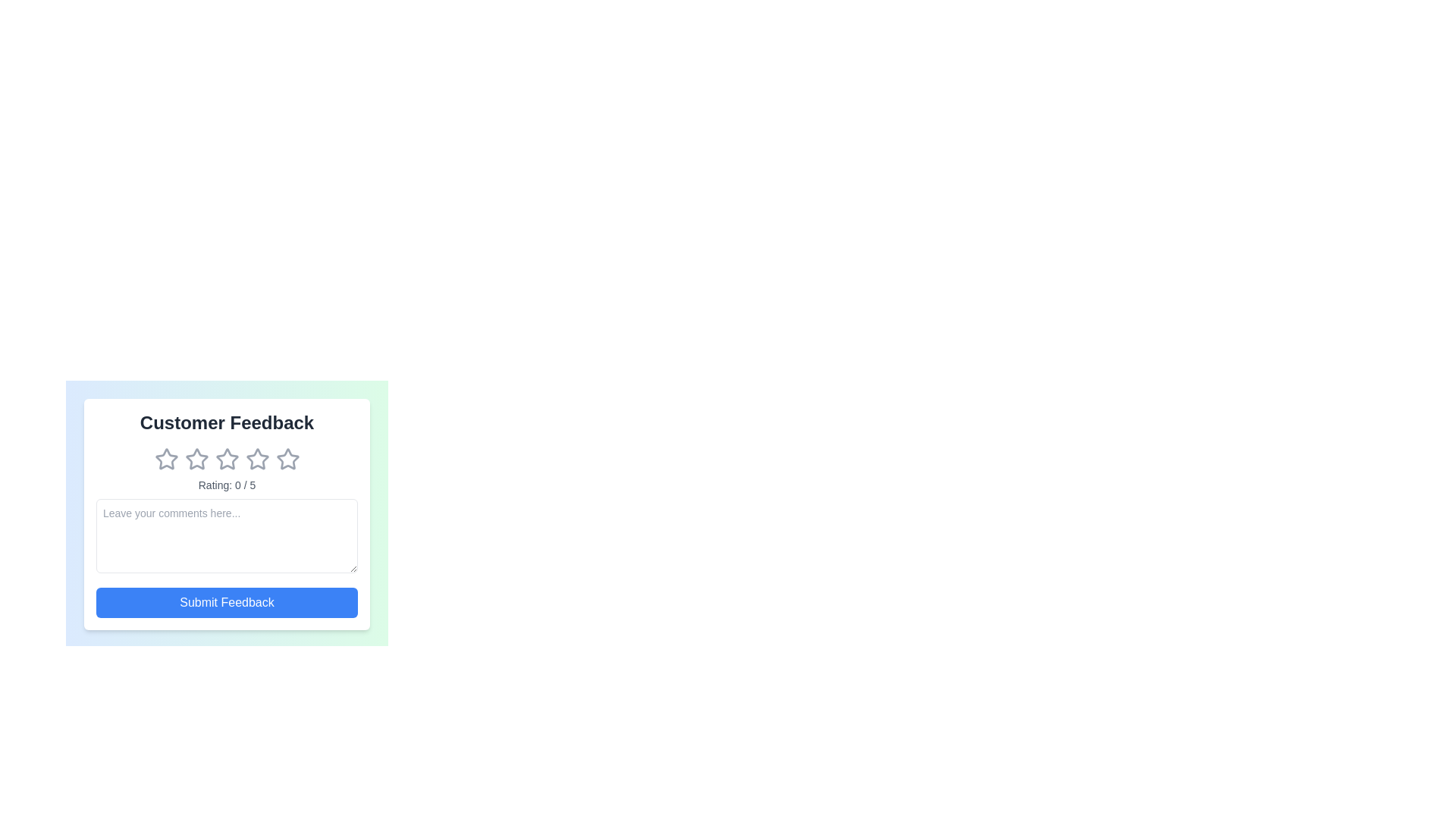 The image size is (1456, 819). What do you see at coordinates (287, 458) in the screenshot?
I see `the star corresponding to the 5 rating` at bounding box center [287, 458].